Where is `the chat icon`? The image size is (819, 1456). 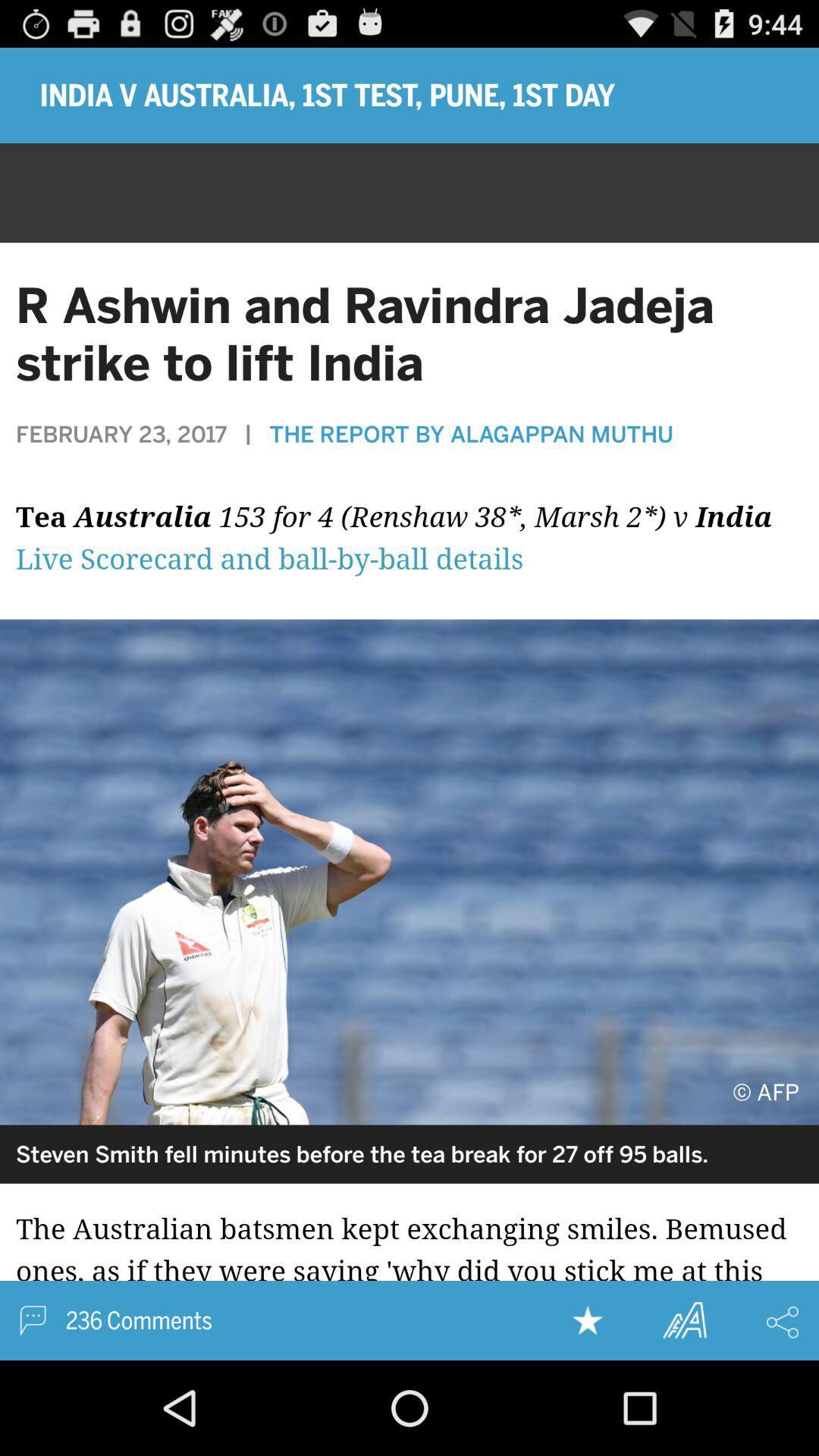 the chat icon is located at coordinates (33, 1412).